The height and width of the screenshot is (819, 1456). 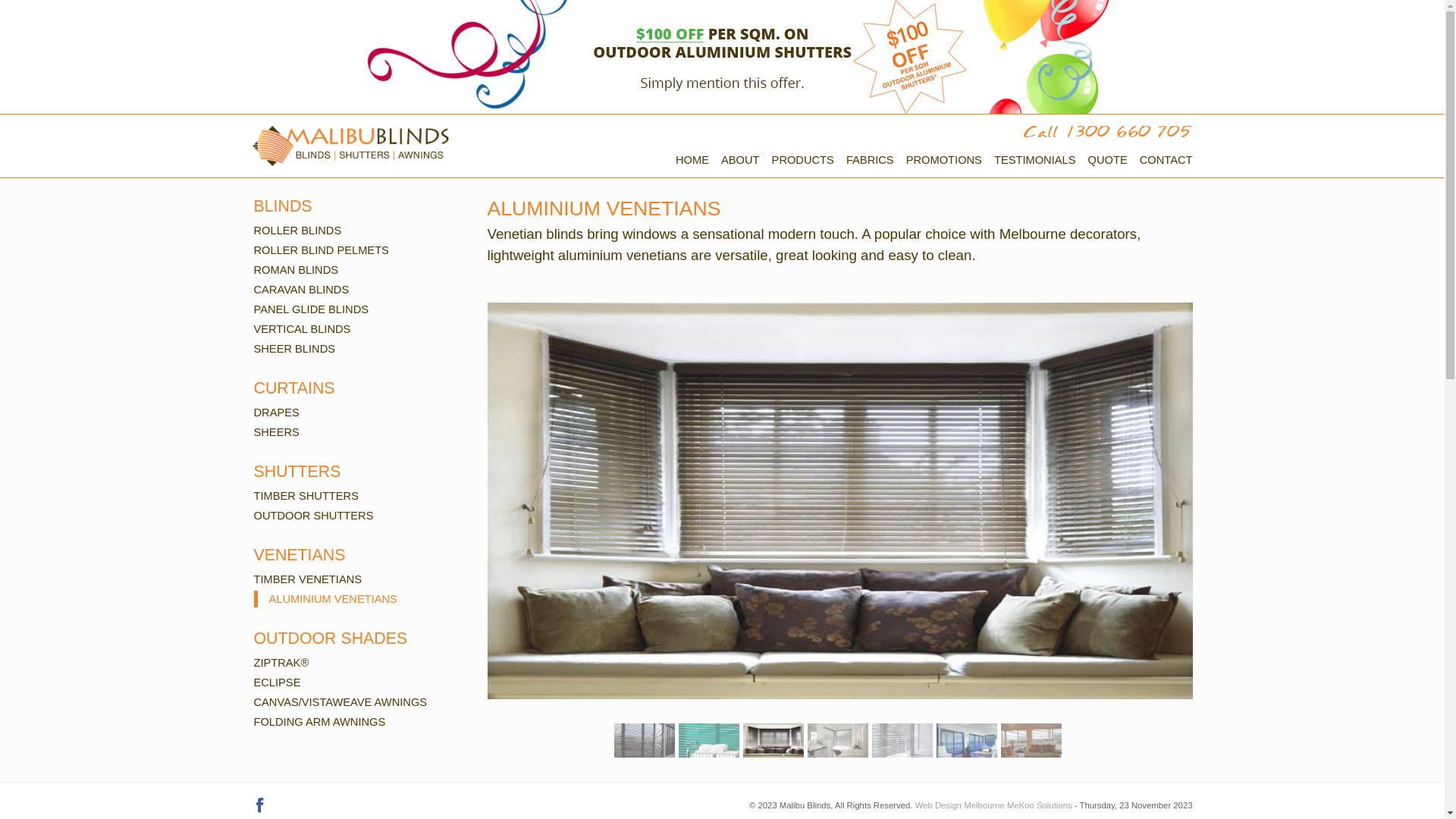 I want to click on 'CARAVAN BLINDS', so click(x=359, y=289).